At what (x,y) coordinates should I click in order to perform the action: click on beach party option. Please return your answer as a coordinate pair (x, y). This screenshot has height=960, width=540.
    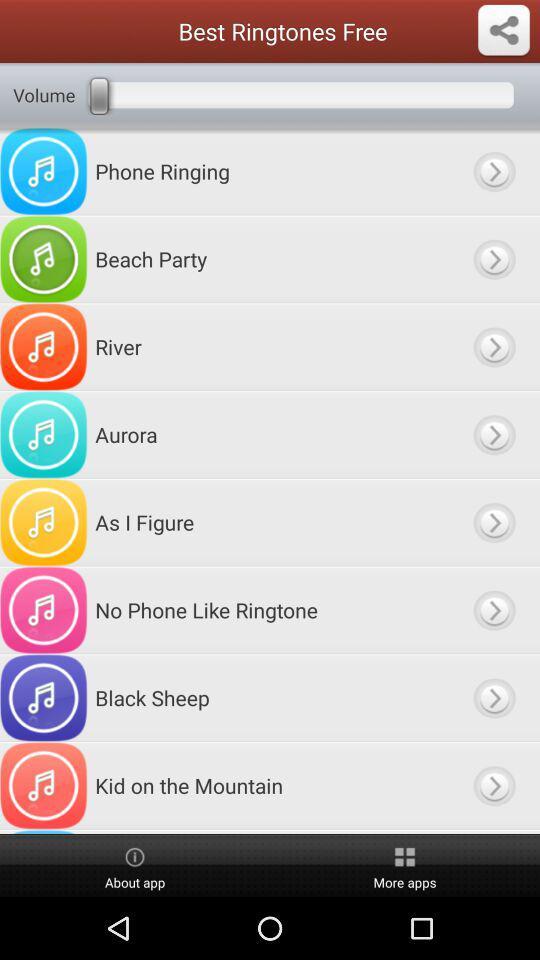
    Looking at the image, I should click on (493, 258).